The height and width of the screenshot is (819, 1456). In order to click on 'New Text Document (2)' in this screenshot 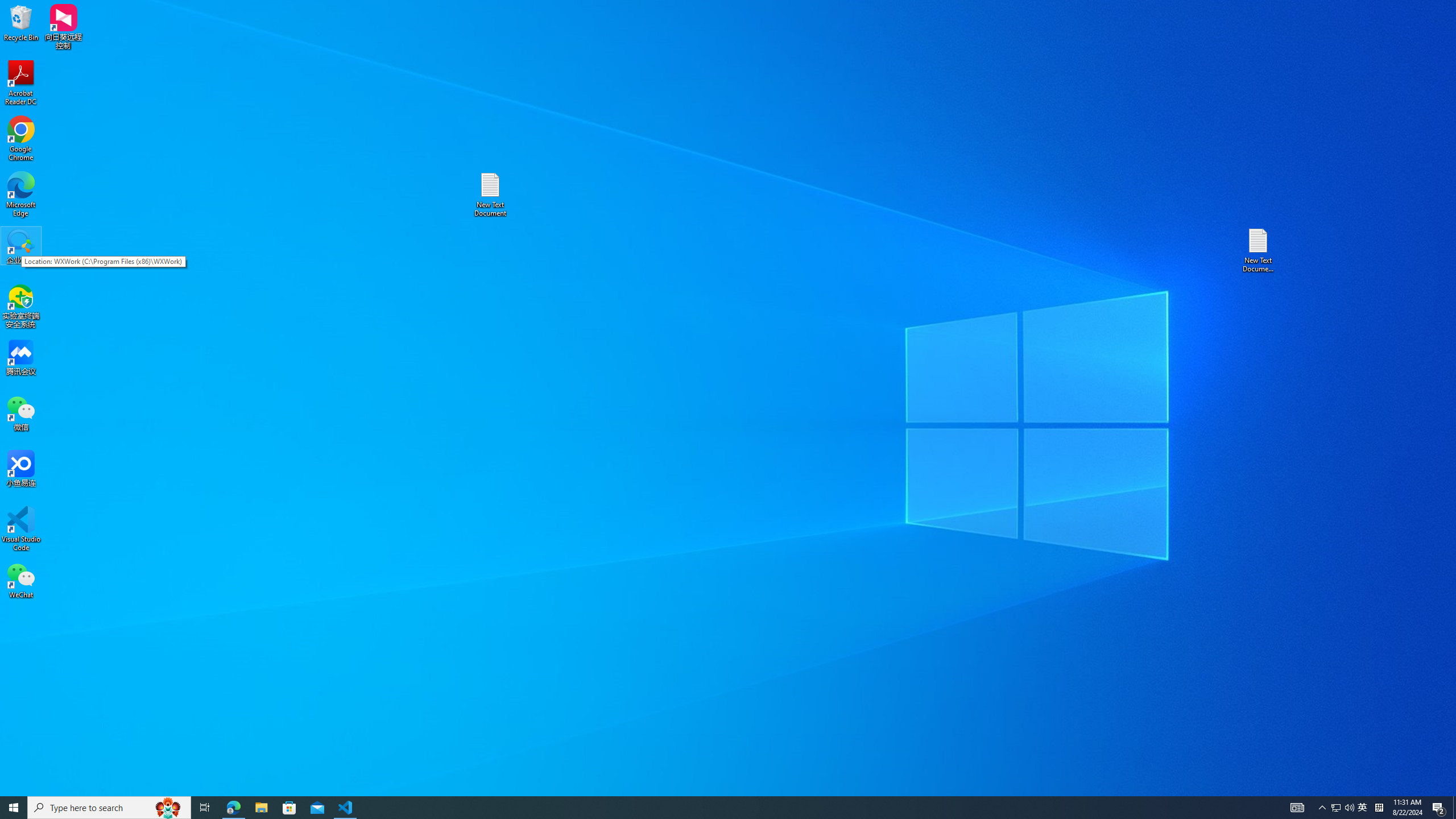, I will do `click(1259, 249)`.